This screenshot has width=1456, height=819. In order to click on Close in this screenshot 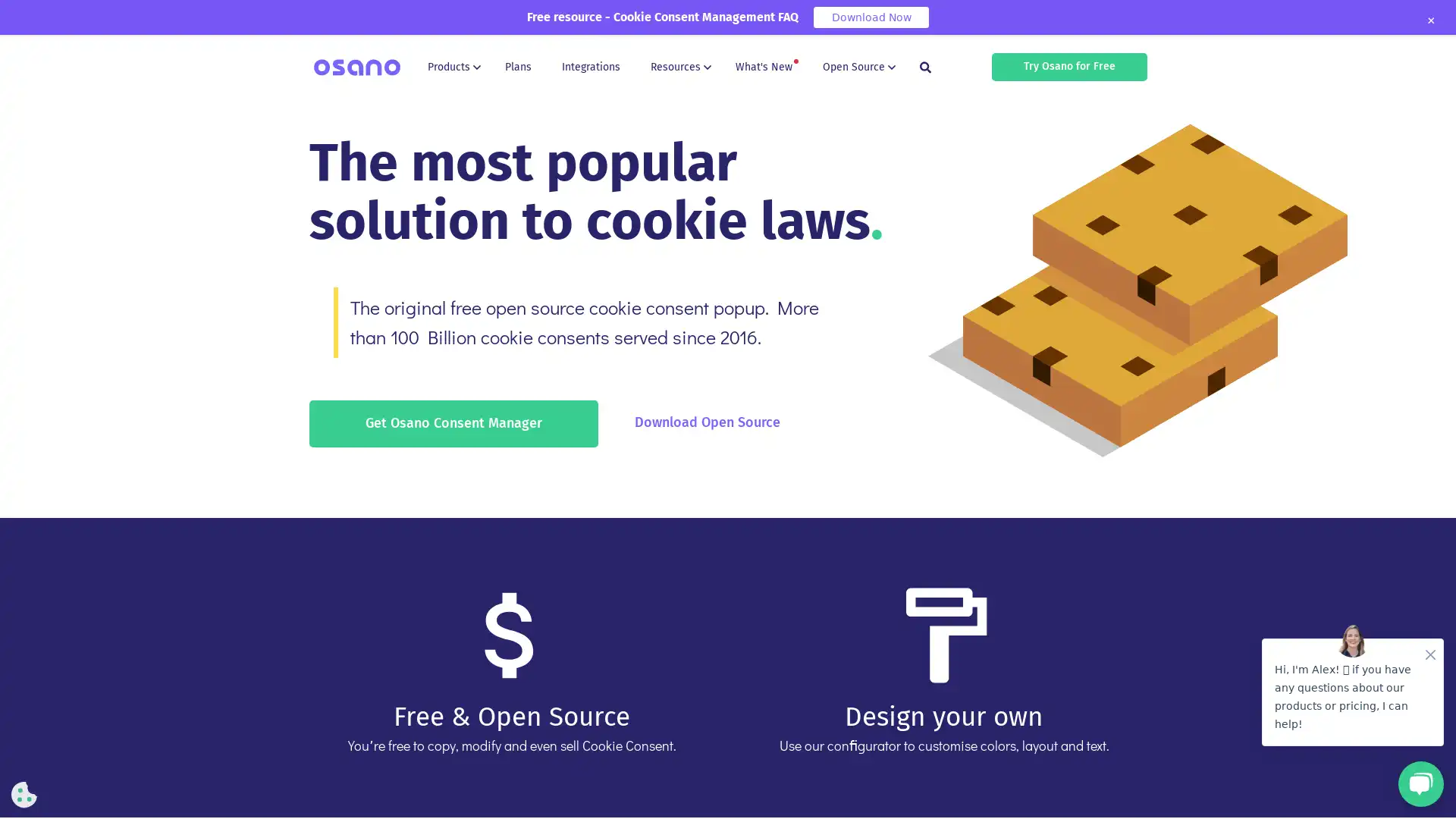, I will do `click(1429, 20)`.